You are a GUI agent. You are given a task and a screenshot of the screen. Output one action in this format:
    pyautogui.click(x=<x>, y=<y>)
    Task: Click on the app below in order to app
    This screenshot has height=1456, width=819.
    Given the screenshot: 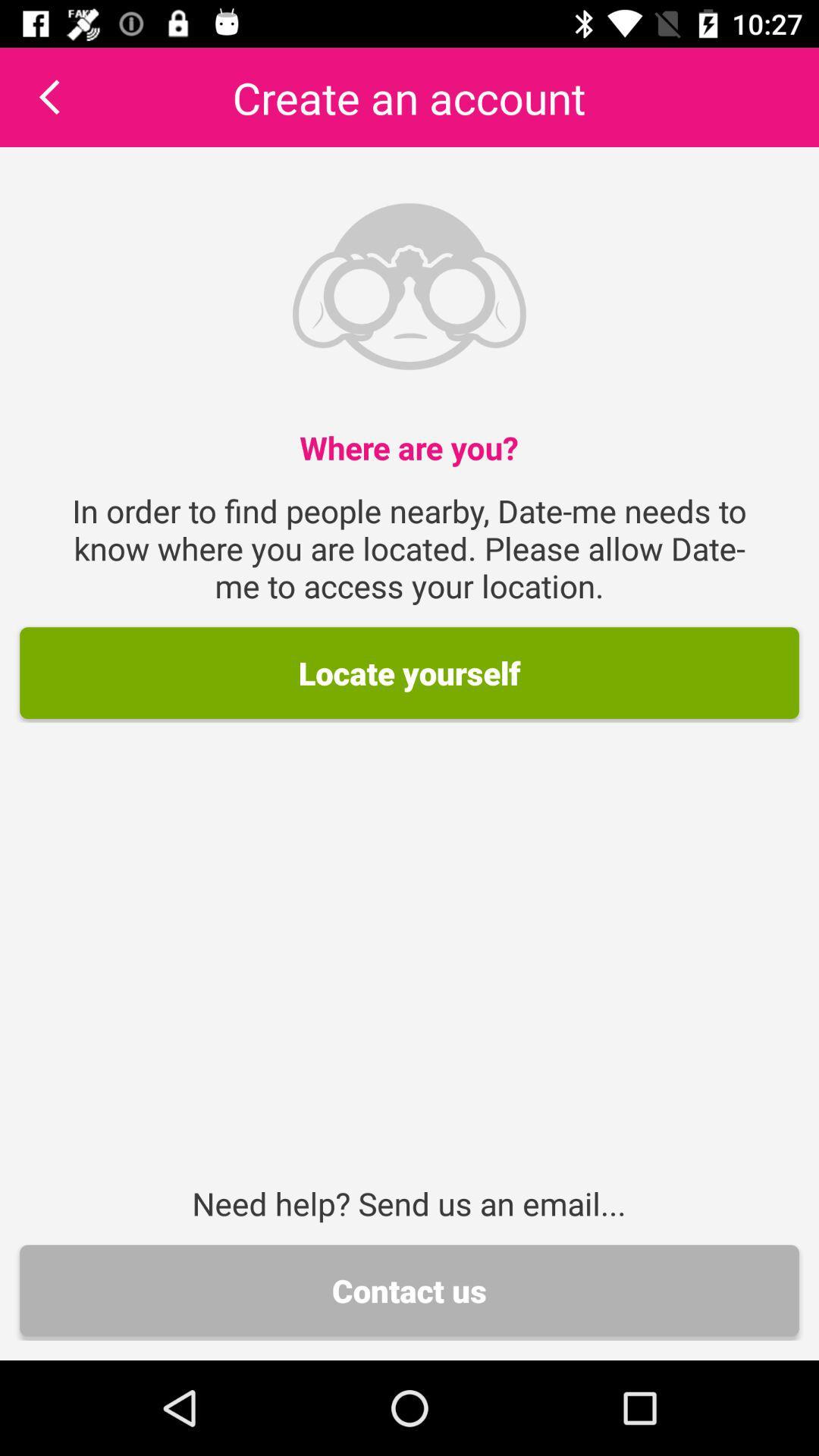 What is the action you would take?
    pyautogui.click(x=409, y=672)
    